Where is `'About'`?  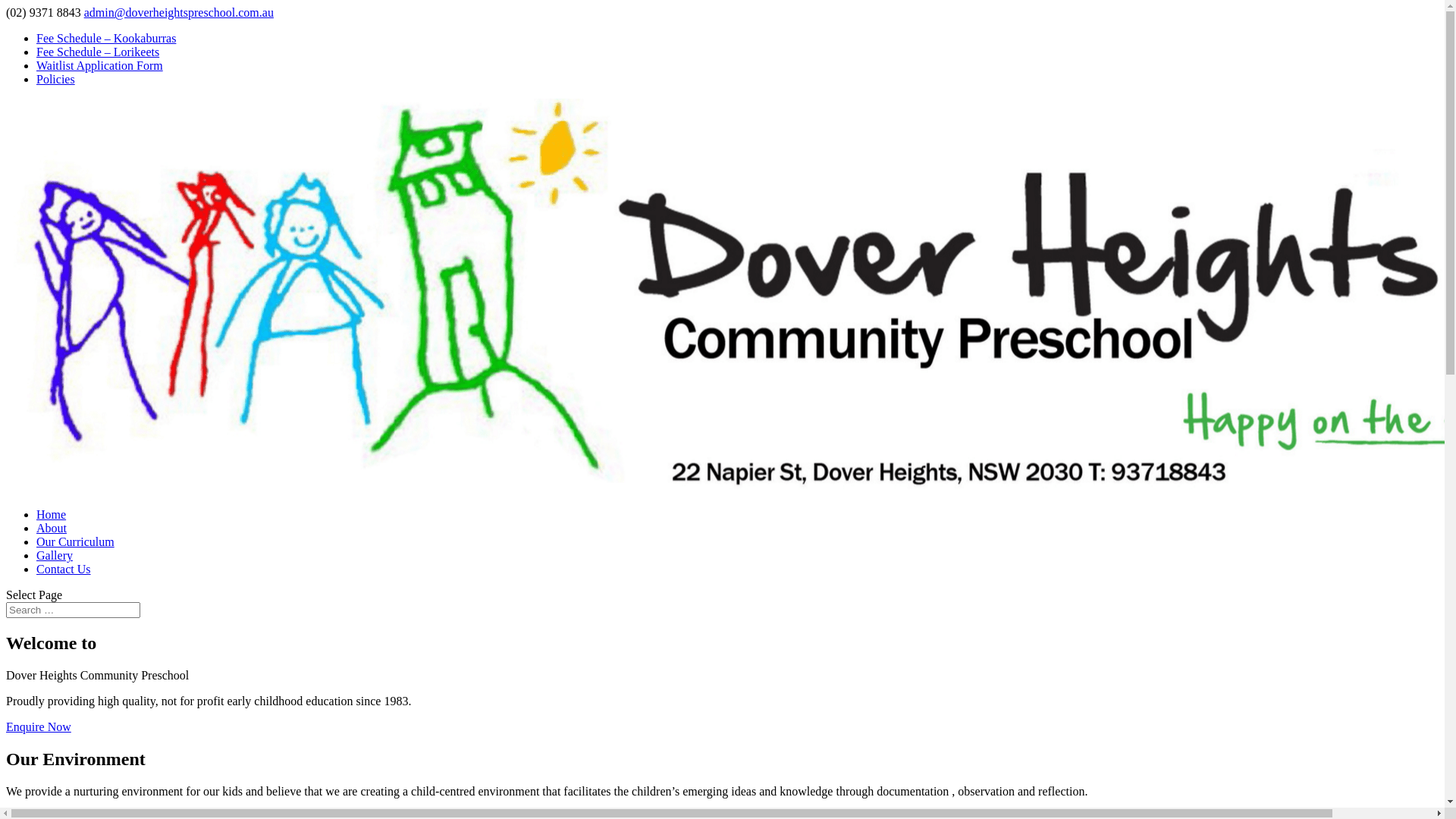 'About' is located at coordinates (51, 527).